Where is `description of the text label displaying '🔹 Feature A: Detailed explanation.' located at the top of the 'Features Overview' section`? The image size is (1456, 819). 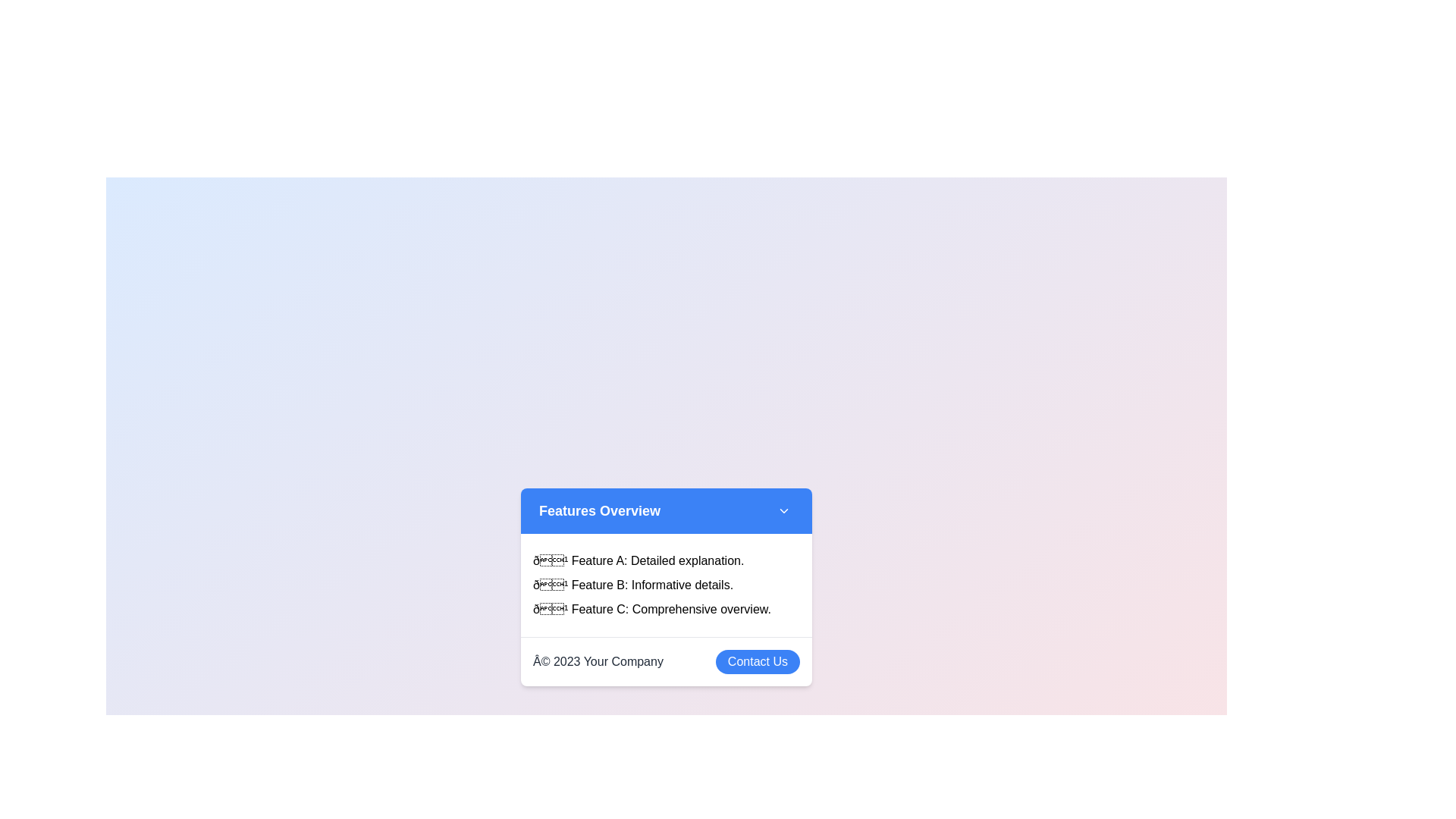 description of the text label displaying '🔹 Feature A: Detailed explanation.' located at the top of the 'Features Overview' section is located at coordinates (666, 560).